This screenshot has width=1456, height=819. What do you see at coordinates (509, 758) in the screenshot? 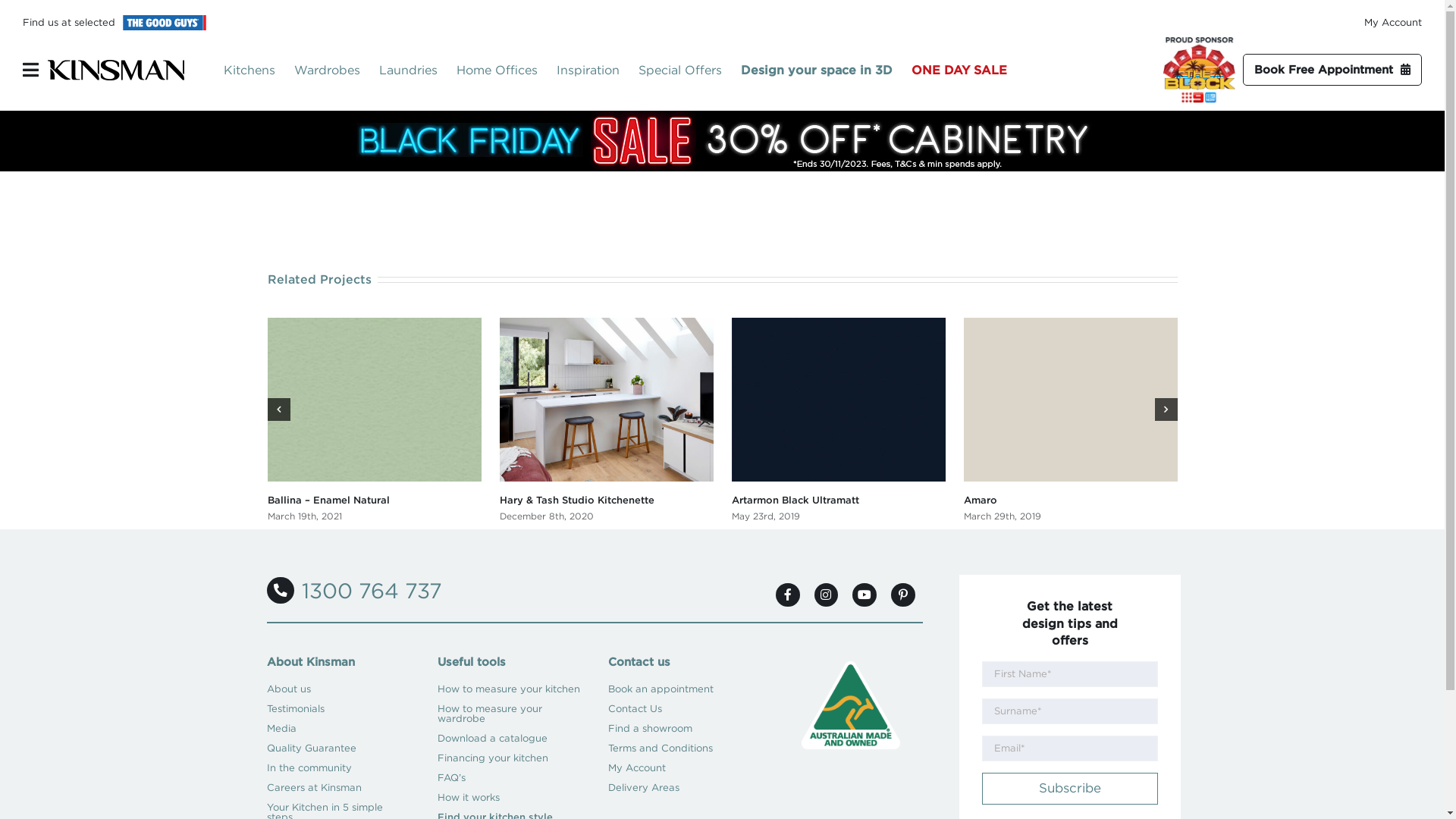
I see `'Financing your kitchen'` at bounding box center [509, 758].